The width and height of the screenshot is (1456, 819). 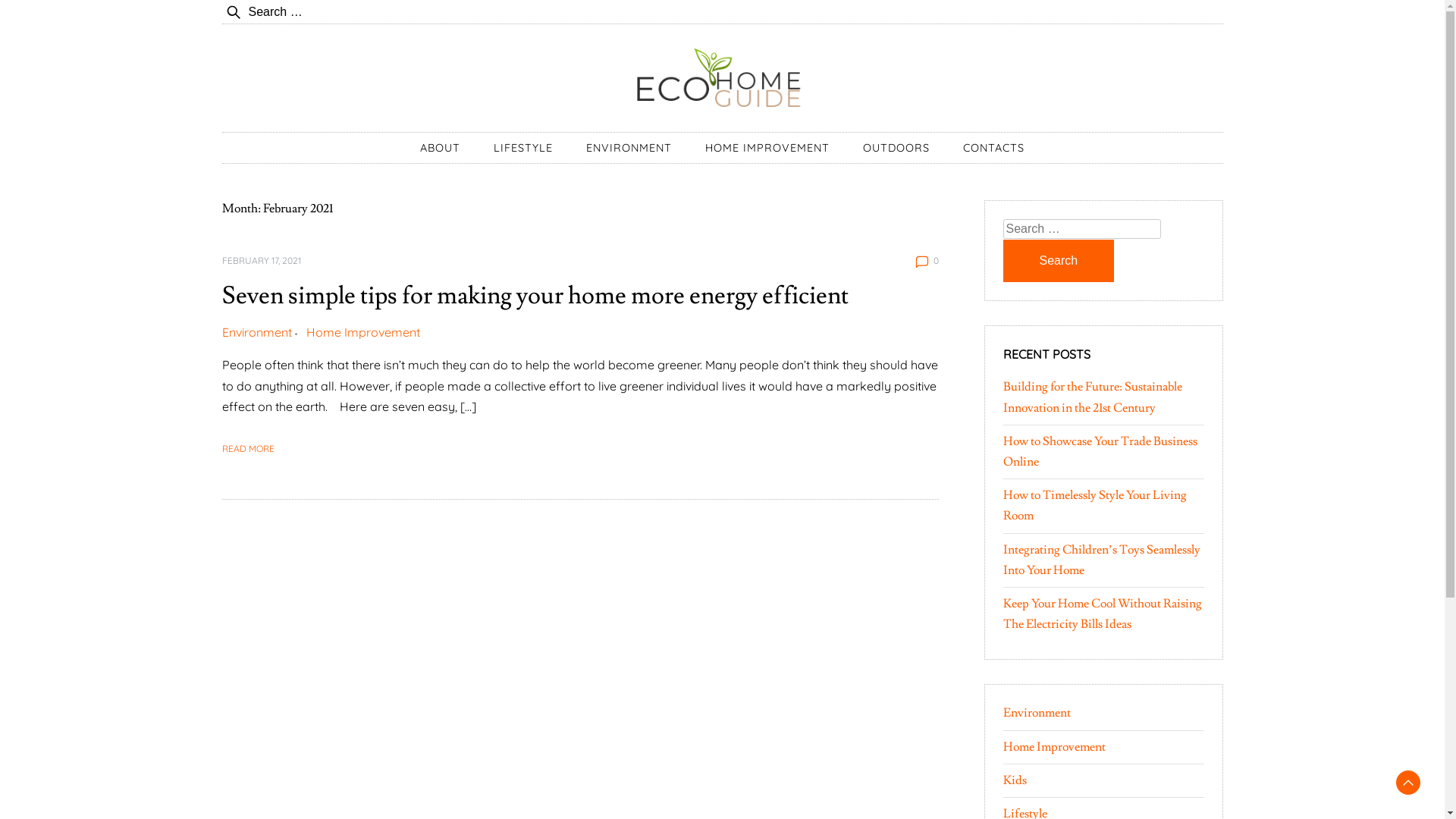 What do you see at coordinates (362, 331) in the screenshot?
I see `'Home Improvement'` at bounding box center [362, 331].